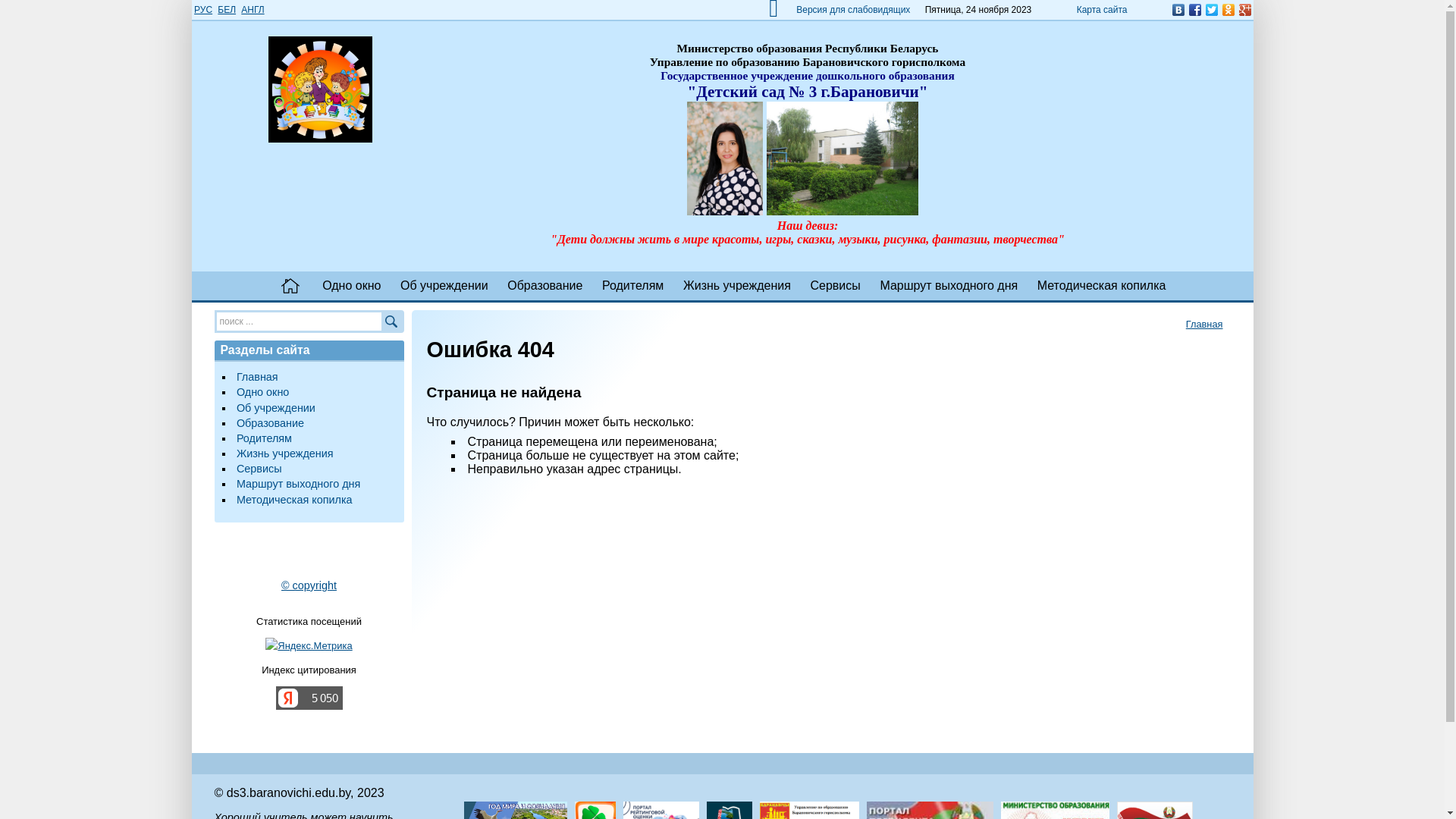 The height and width of the screenshot is (819, 1456). What do you see at coordinates (1210, 9) in the screenshot?
I see `'Twitter'` at bounding box center [1210, 9].